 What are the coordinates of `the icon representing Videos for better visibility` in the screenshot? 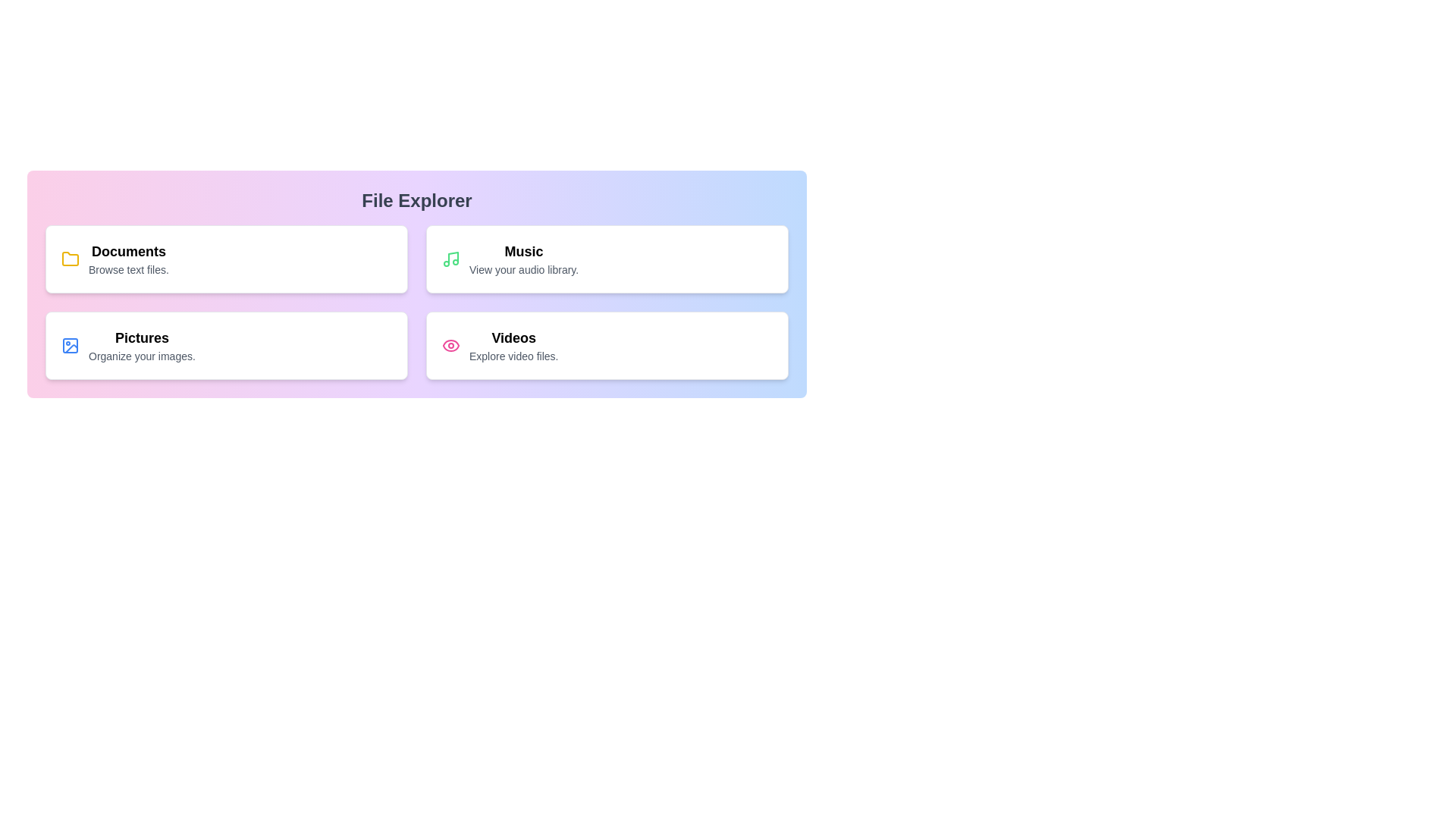 It's located at (450, 345).